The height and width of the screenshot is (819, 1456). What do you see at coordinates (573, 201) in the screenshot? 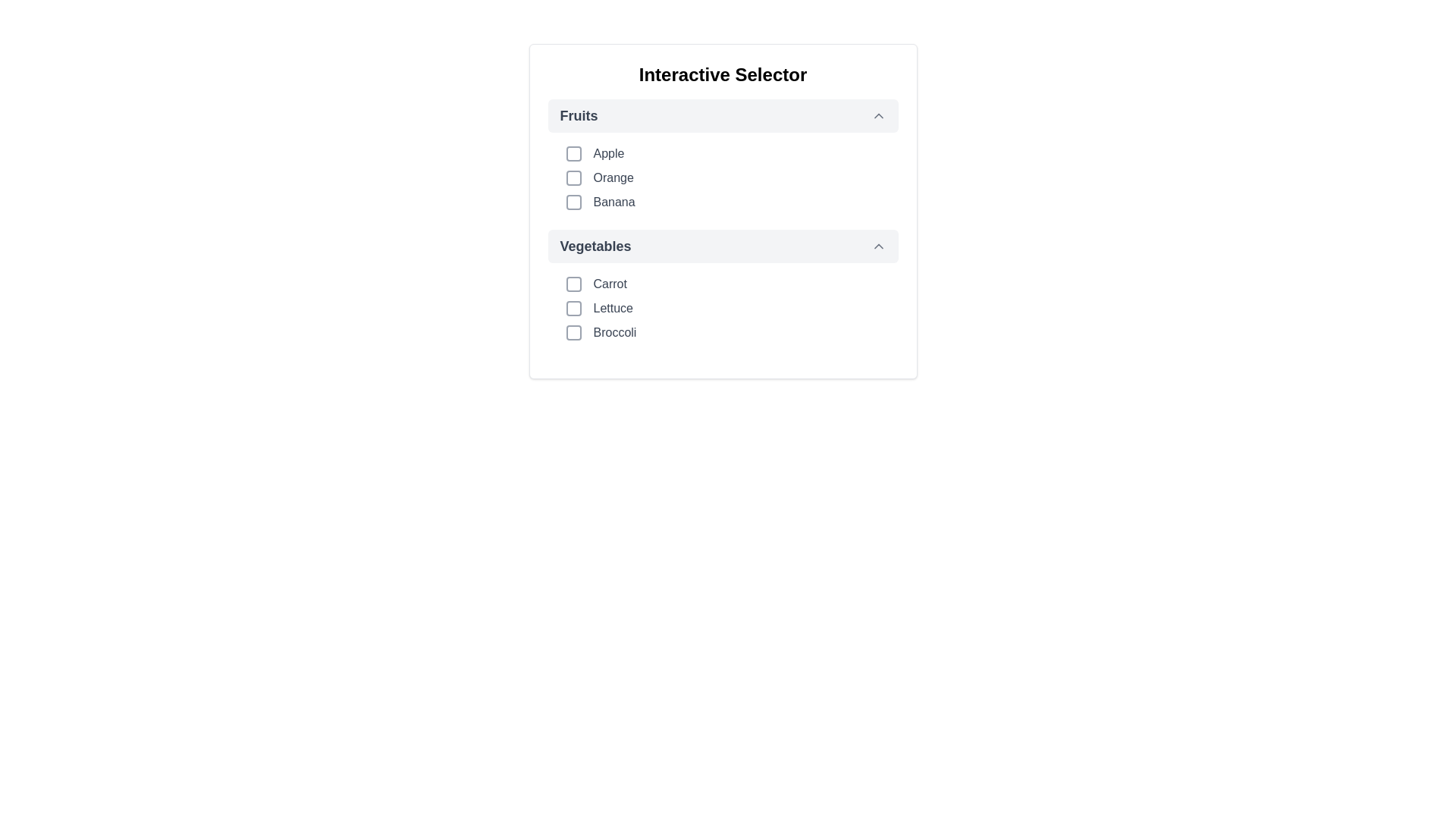
I see `the check icon element, which is visually represented by a thin line checkmark in a rounded square box with a green background, located within the 'Fruits' section next to the label 'Banana'` at bounding box center [573, 201].